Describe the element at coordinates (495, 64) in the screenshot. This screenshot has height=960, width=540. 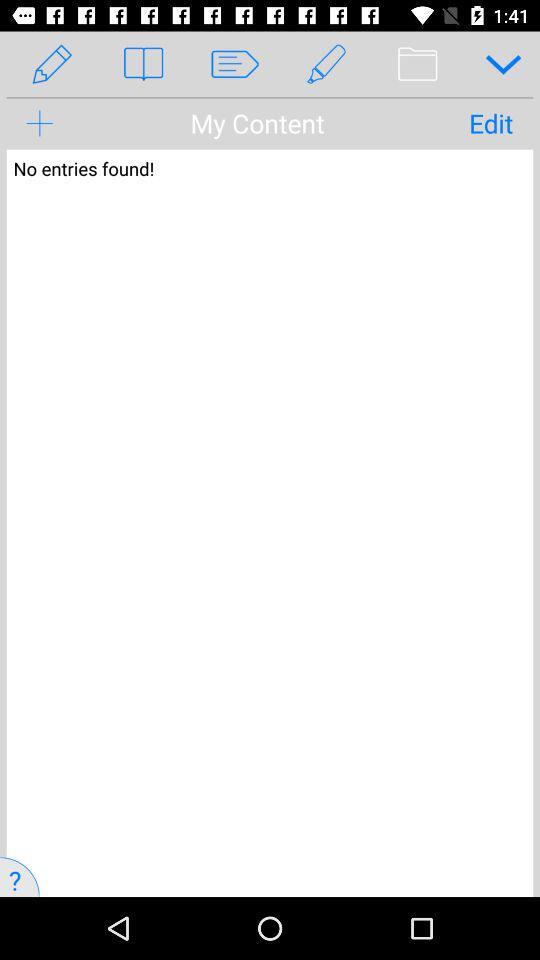
I see `the expand_more icon` at that location.